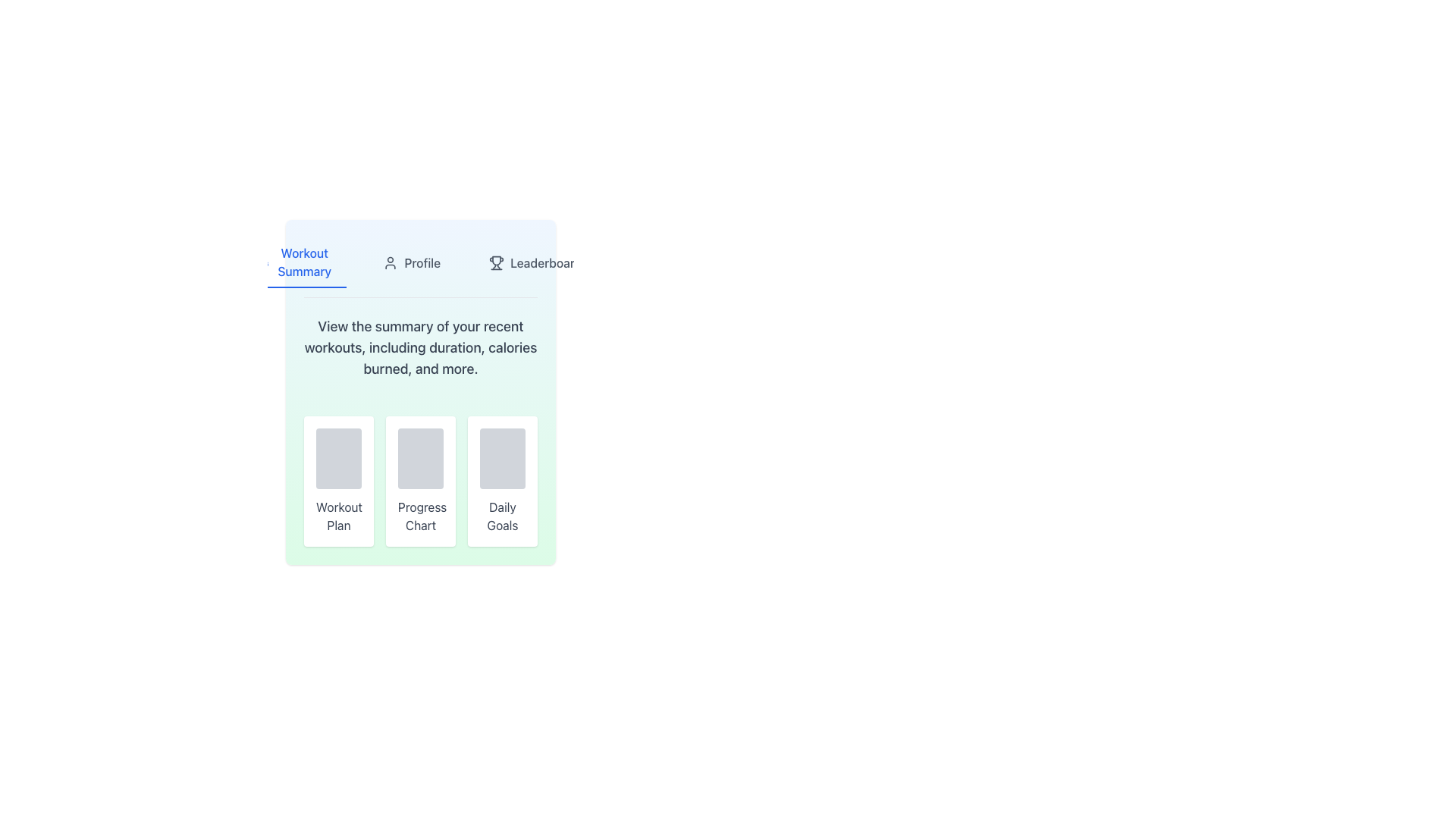  Describe the element at coordinates (337, 458) in the screenshot. I see `the decorative placeholder element, which is a light gray rectangular box with rounded corners located in the 'Workout Plan' card group` at that location.